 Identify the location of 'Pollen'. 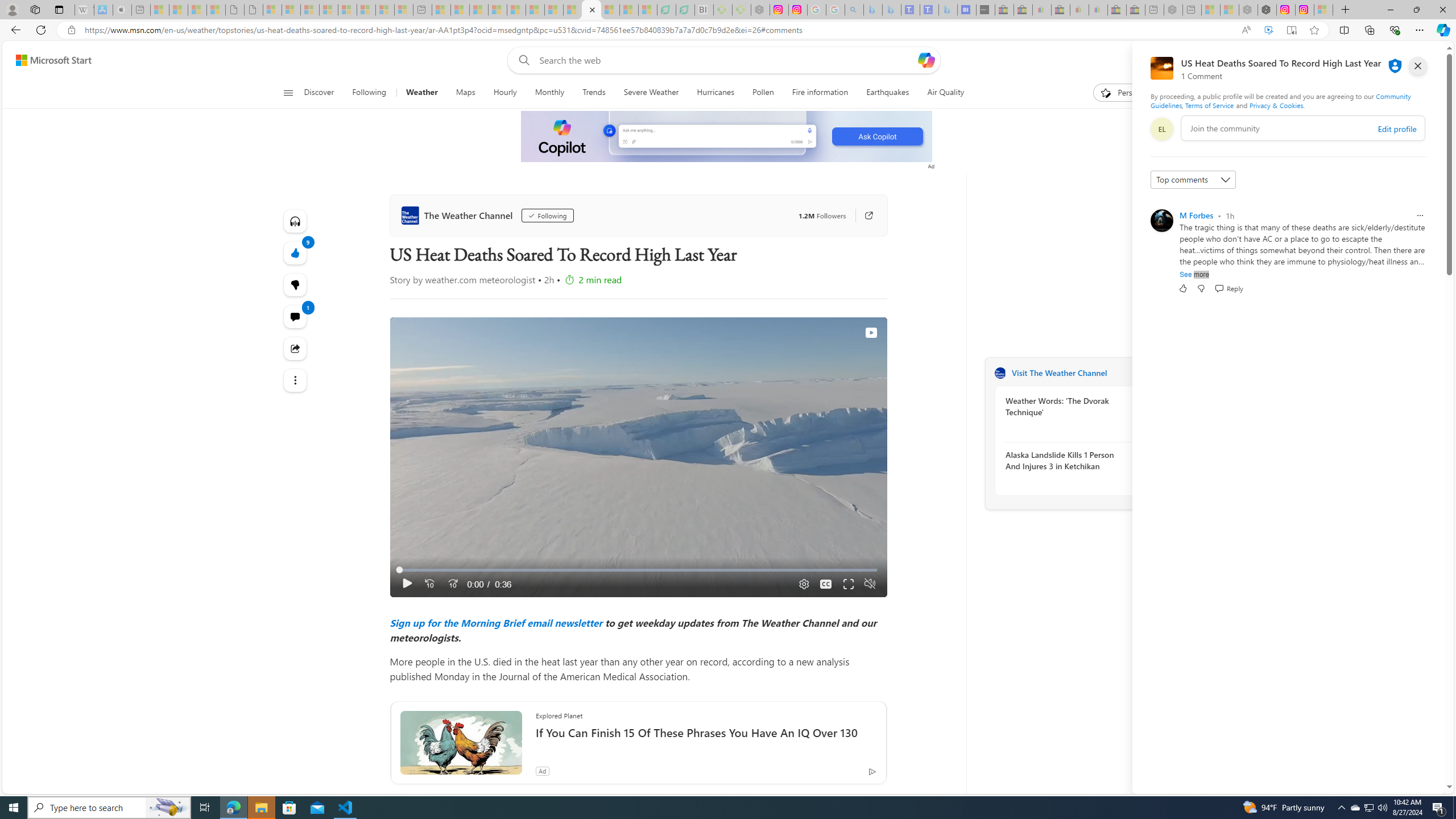
(763, 92).